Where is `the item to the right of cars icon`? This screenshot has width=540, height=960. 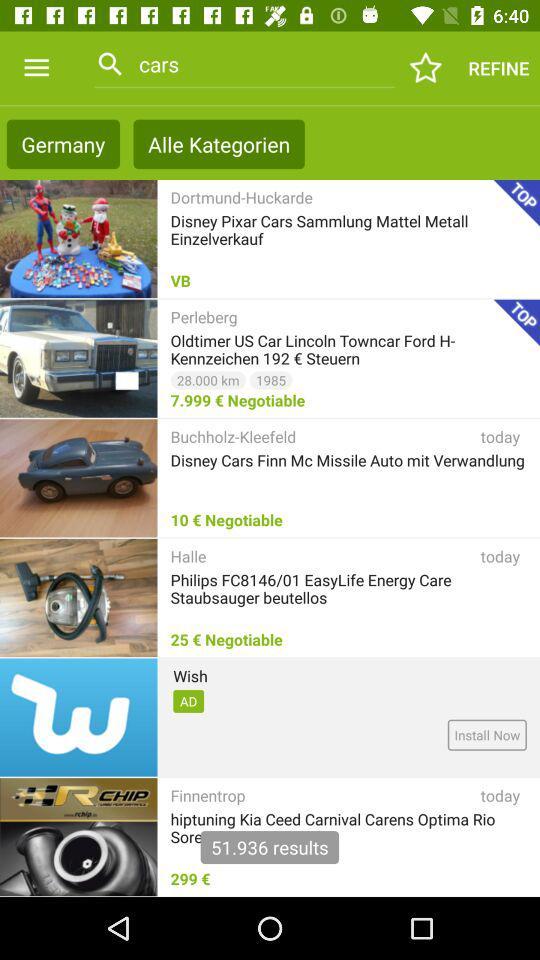
the item to the right of cars icon is located at coordinates (425, 68).